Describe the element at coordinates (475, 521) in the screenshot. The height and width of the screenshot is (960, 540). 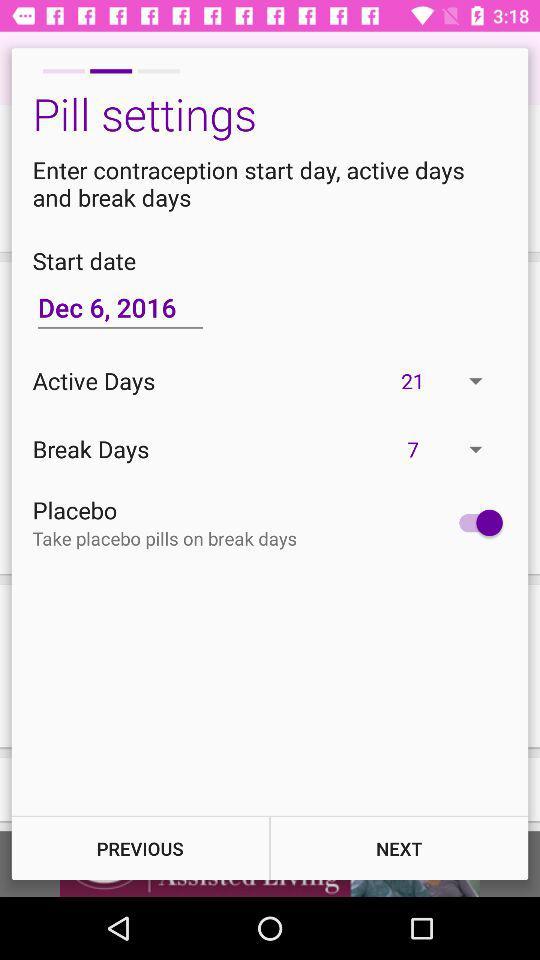
I see `switch autoplay` at that location.